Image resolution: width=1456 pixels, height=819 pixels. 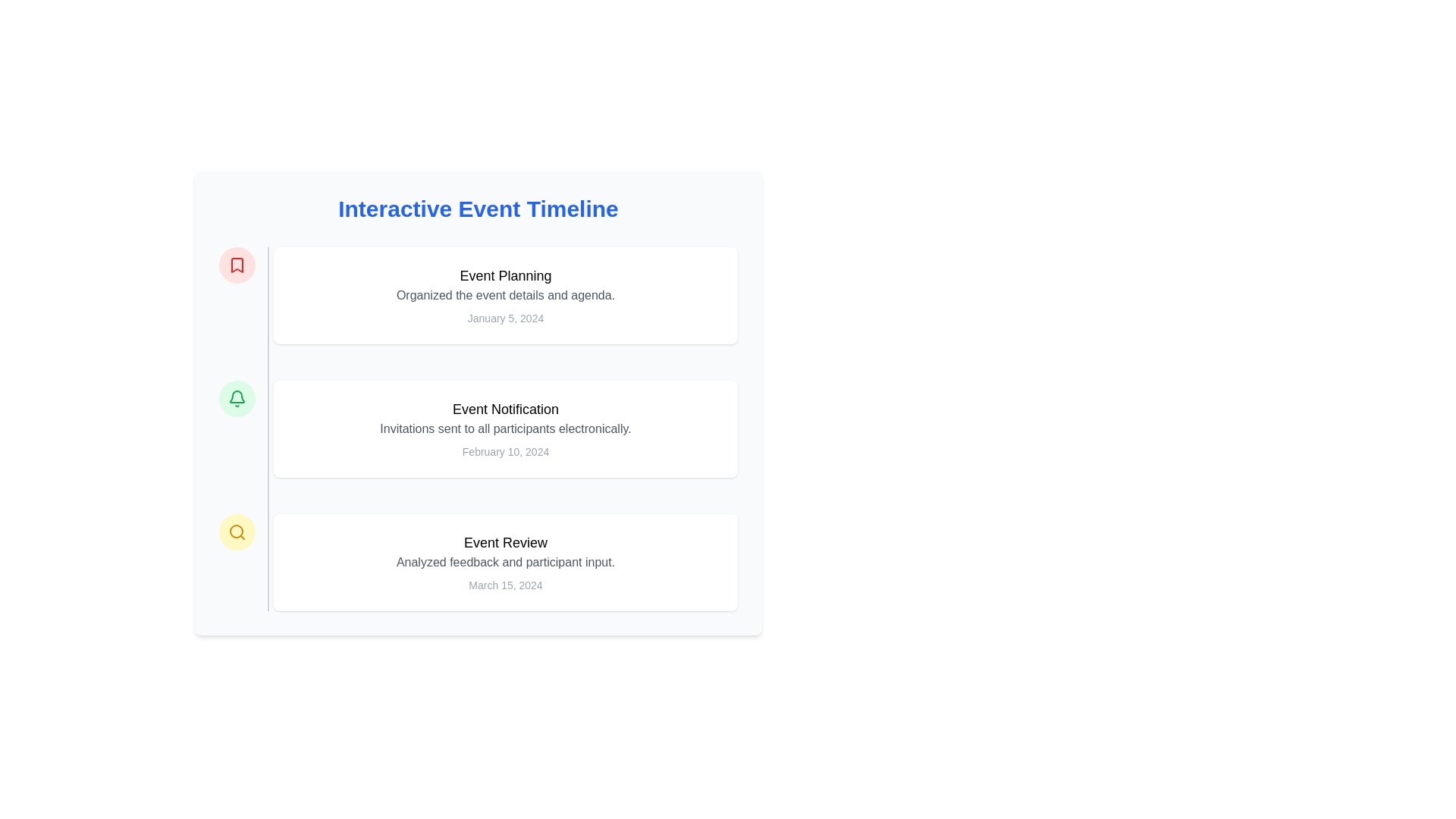 I want to click on the static text label displaying the date 'January 5, 2024' in gray font, located below the description text in the 'Event Planning' section of the timeline, so click(x=506, y=318).